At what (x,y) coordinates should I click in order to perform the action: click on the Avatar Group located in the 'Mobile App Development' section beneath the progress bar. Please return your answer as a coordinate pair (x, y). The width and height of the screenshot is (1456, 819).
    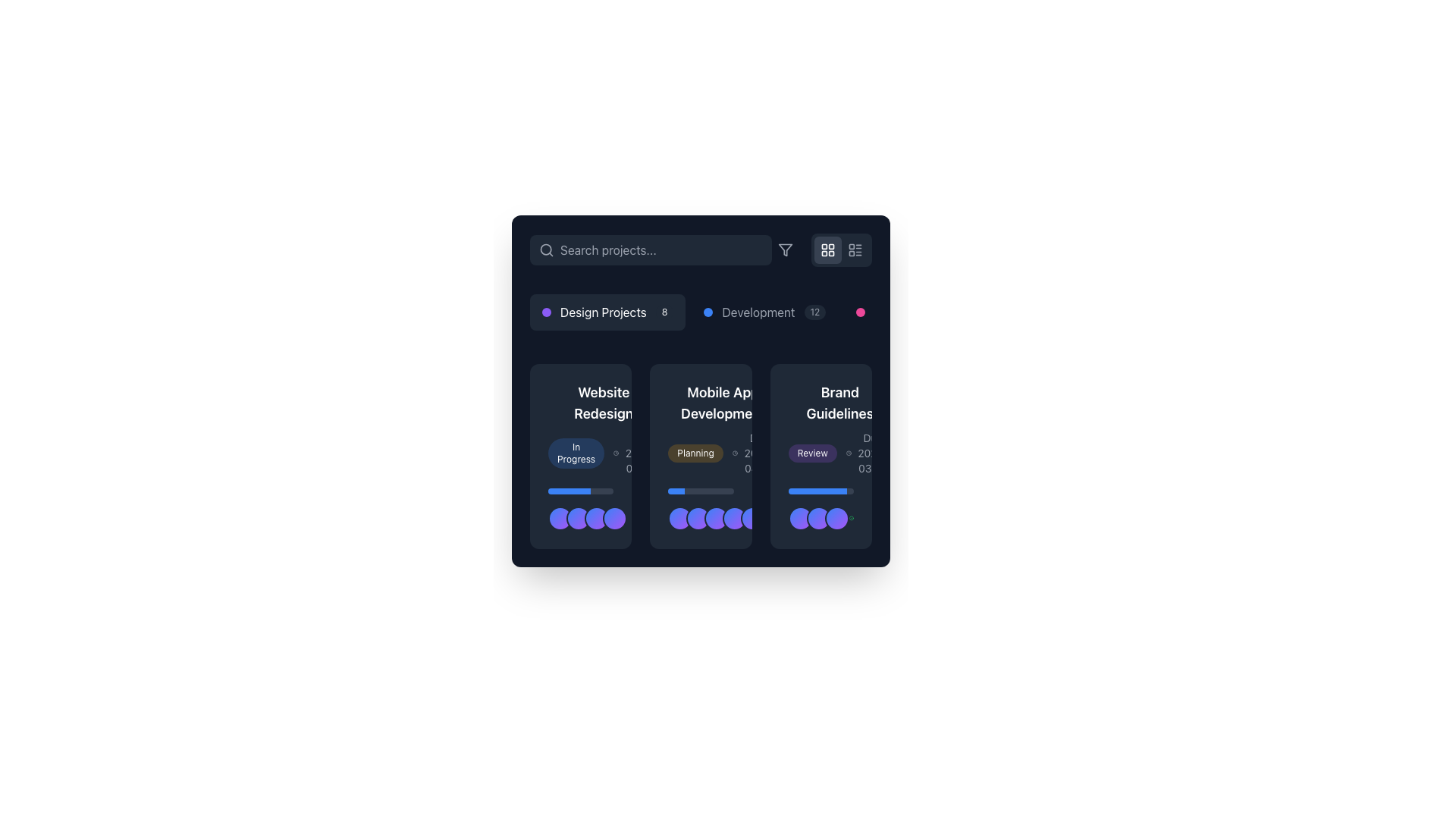
    Looking at the image, I should click on (700, 509).